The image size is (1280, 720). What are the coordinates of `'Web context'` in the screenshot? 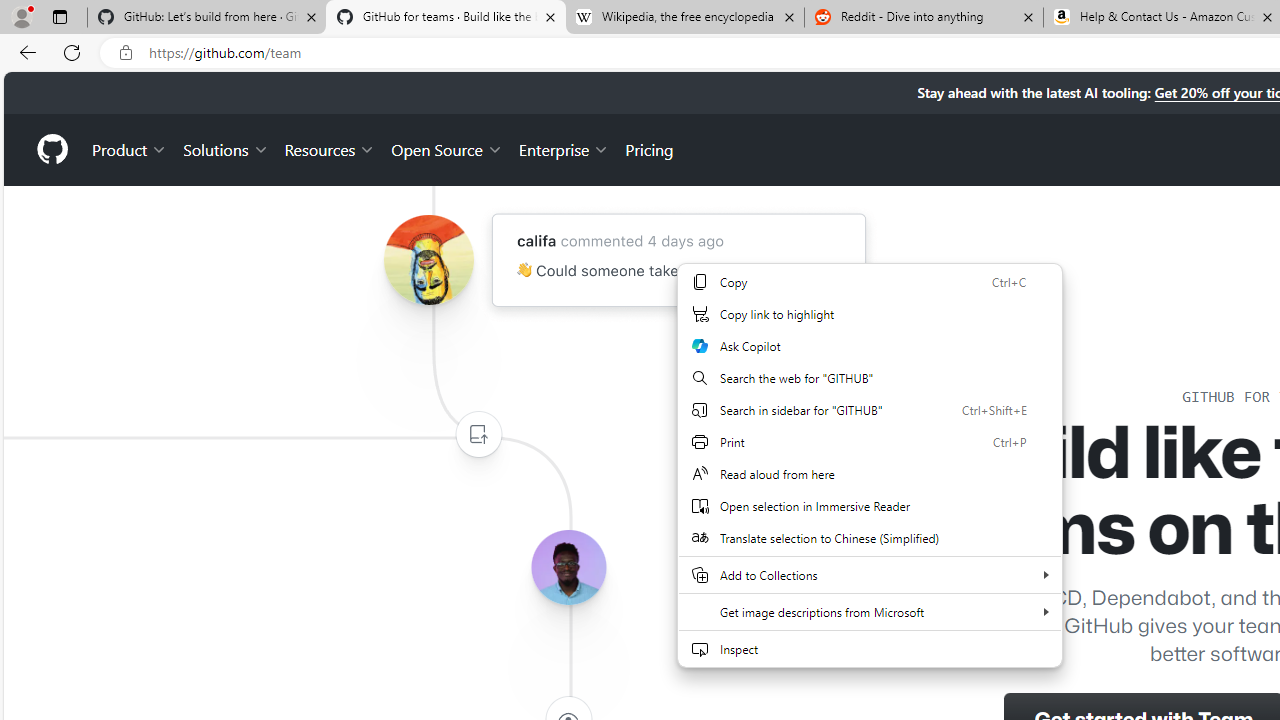 It's located at (870, 465).